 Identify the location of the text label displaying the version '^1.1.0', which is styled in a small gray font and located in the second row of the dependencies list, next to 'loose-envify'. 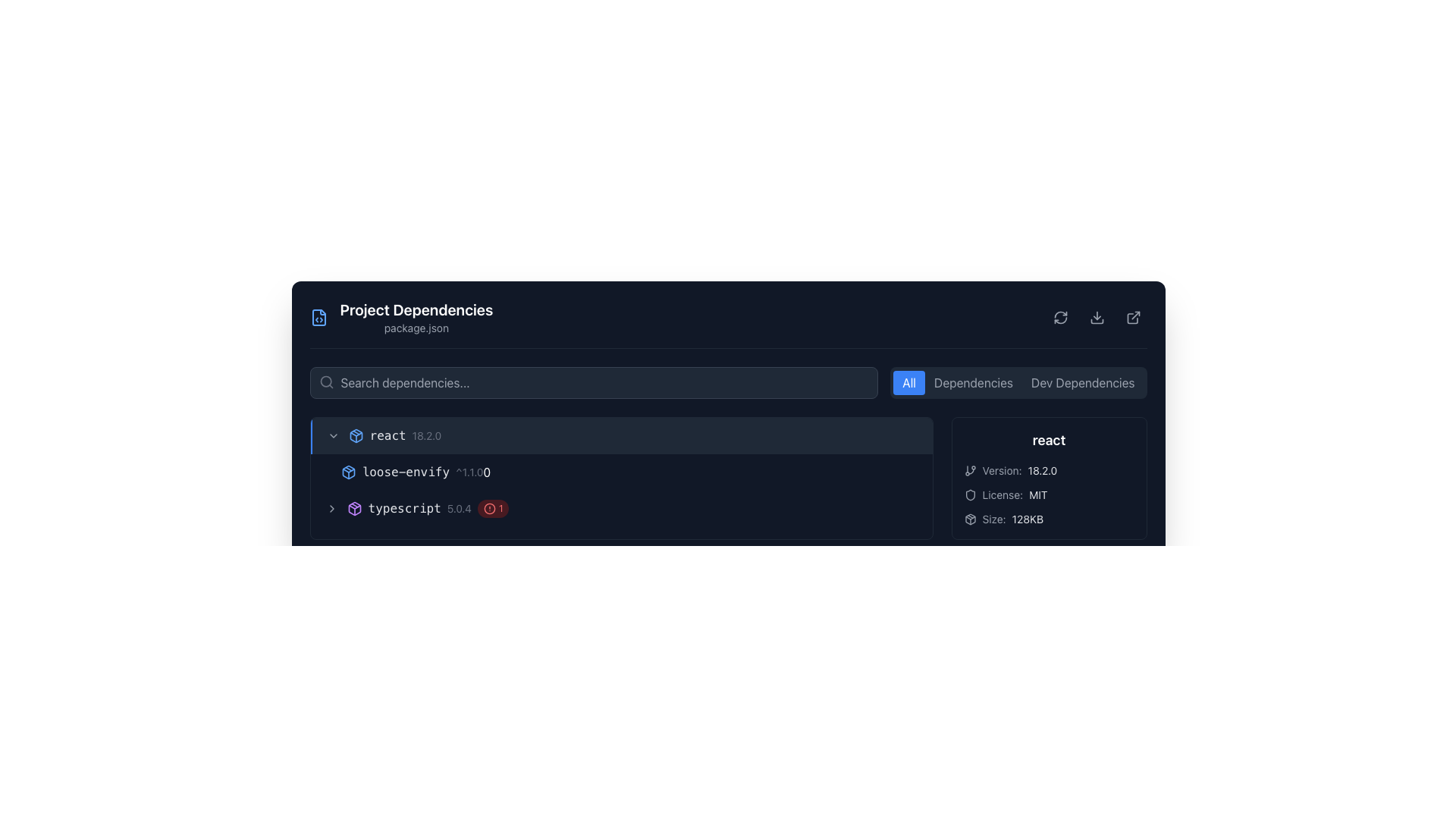
(469, 472).